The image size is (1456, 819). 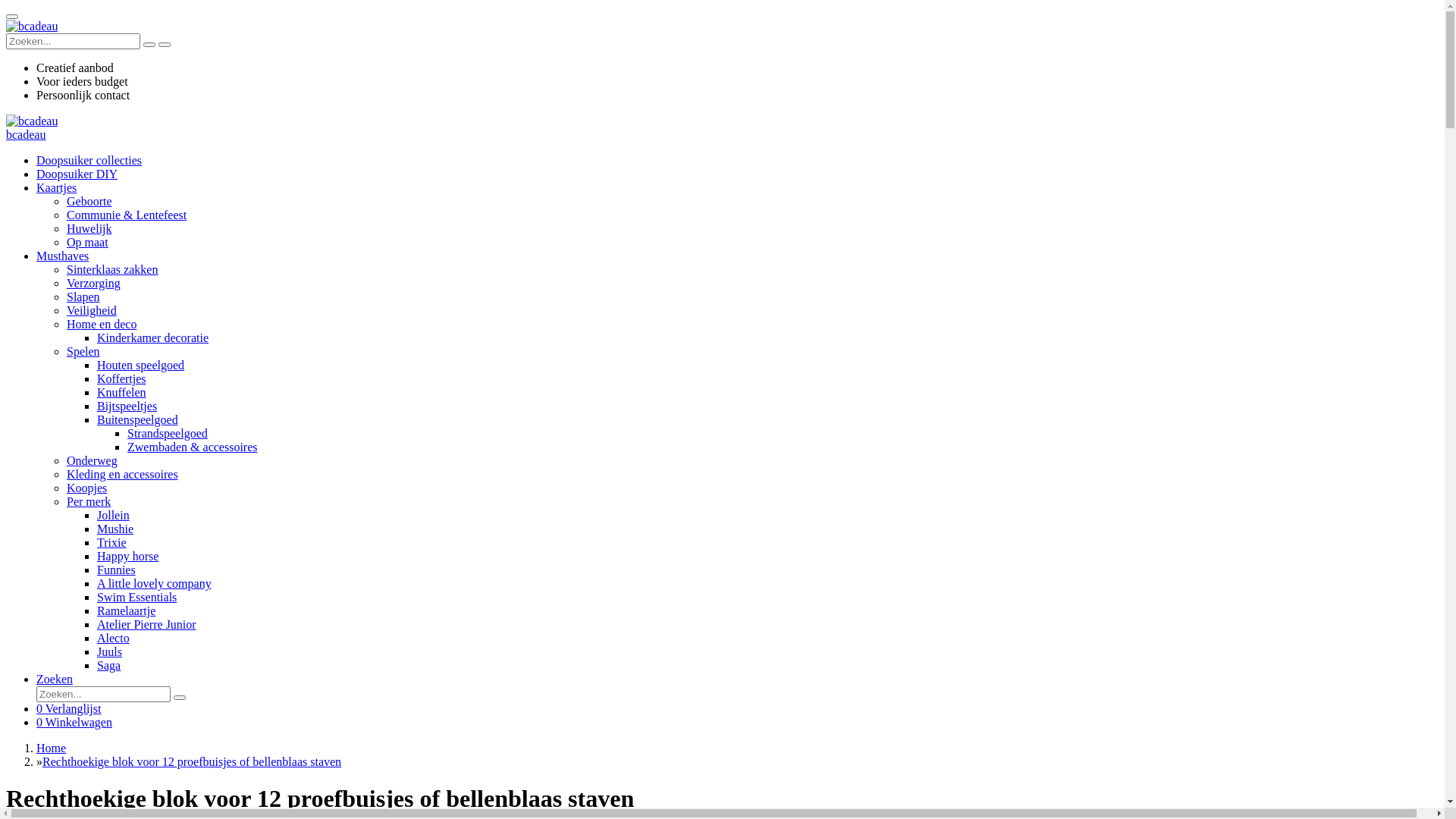 I want to click on 'Kinderkamer decoratie', so click(x=152, y=337).